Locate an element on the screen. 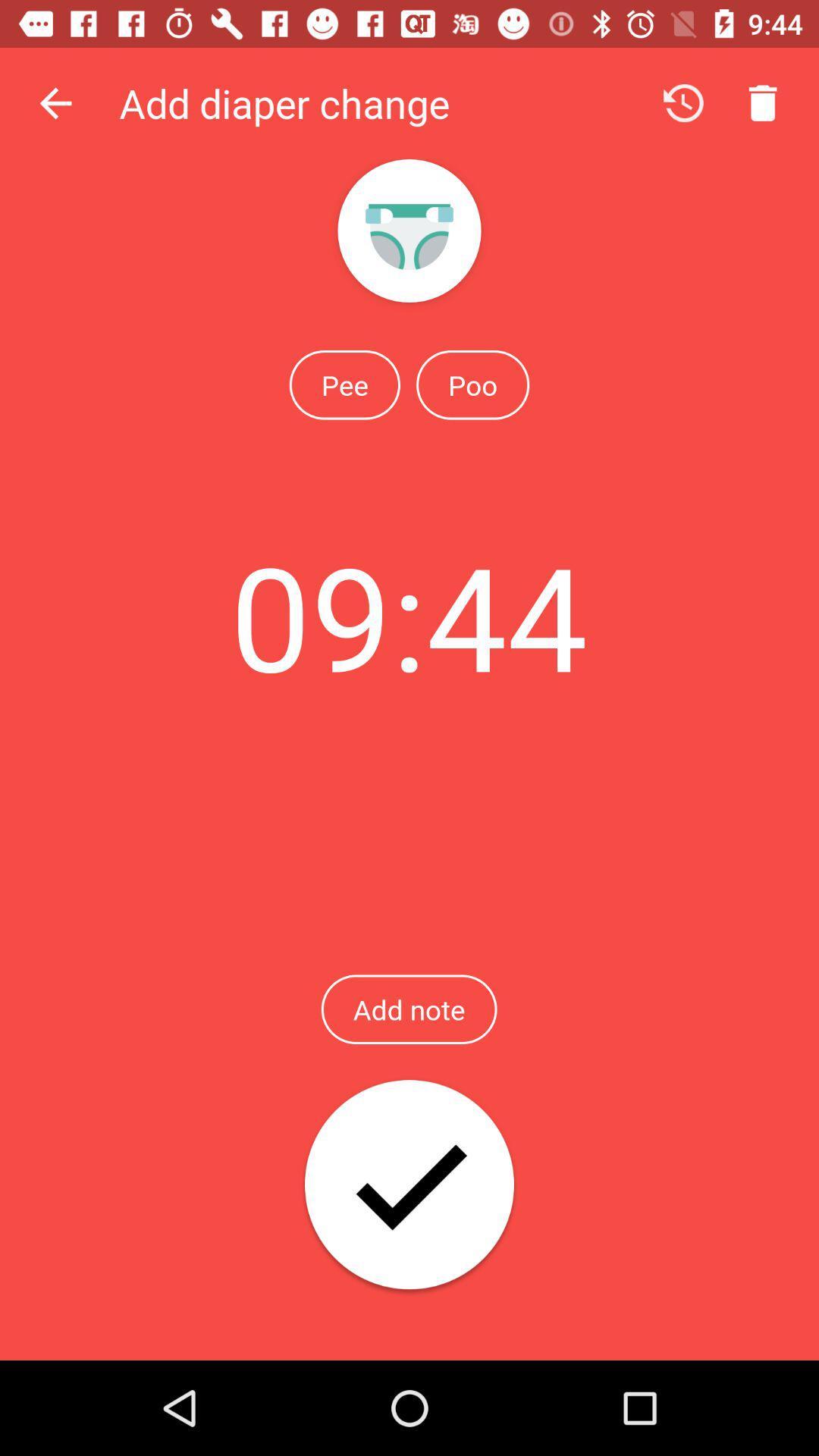  poo is located at coordinates (472, 384).